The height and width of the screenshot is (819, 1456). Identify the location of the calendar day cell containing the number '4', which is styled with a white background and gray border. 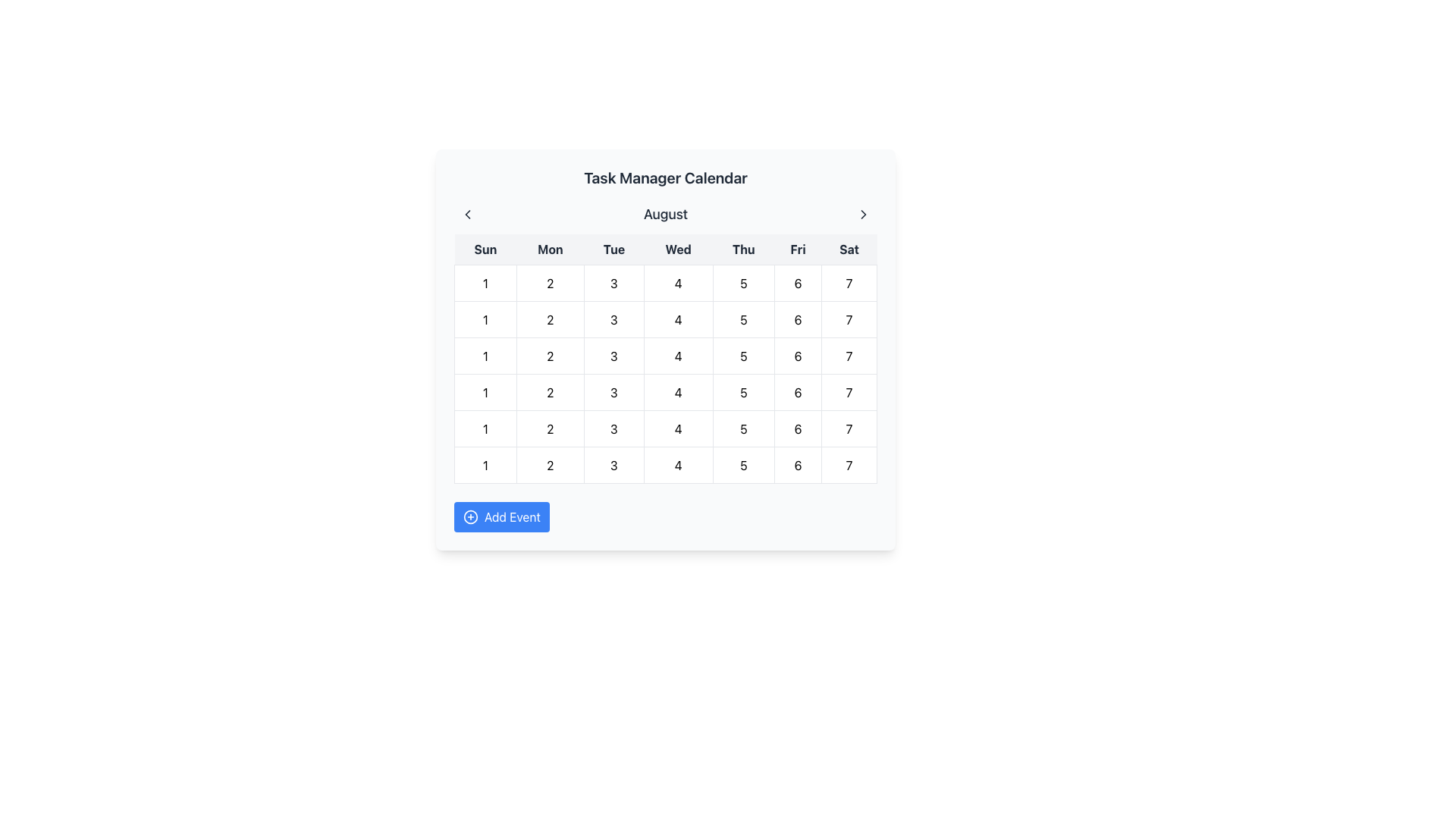
(666, 464).